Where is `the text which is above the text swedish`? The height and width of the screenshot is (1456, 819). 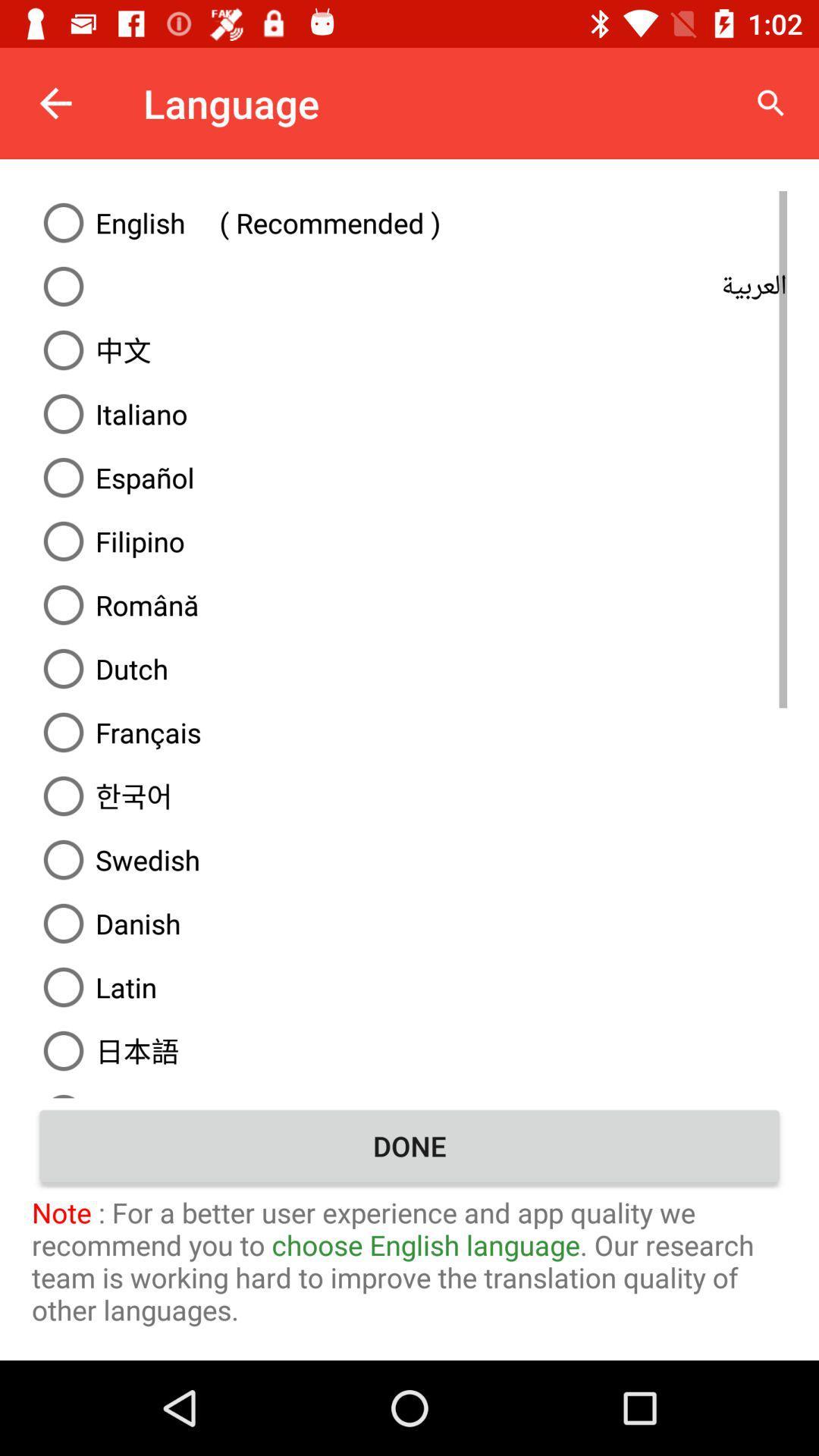
the text which is above the text swedish is located at coordinates (409, 795).